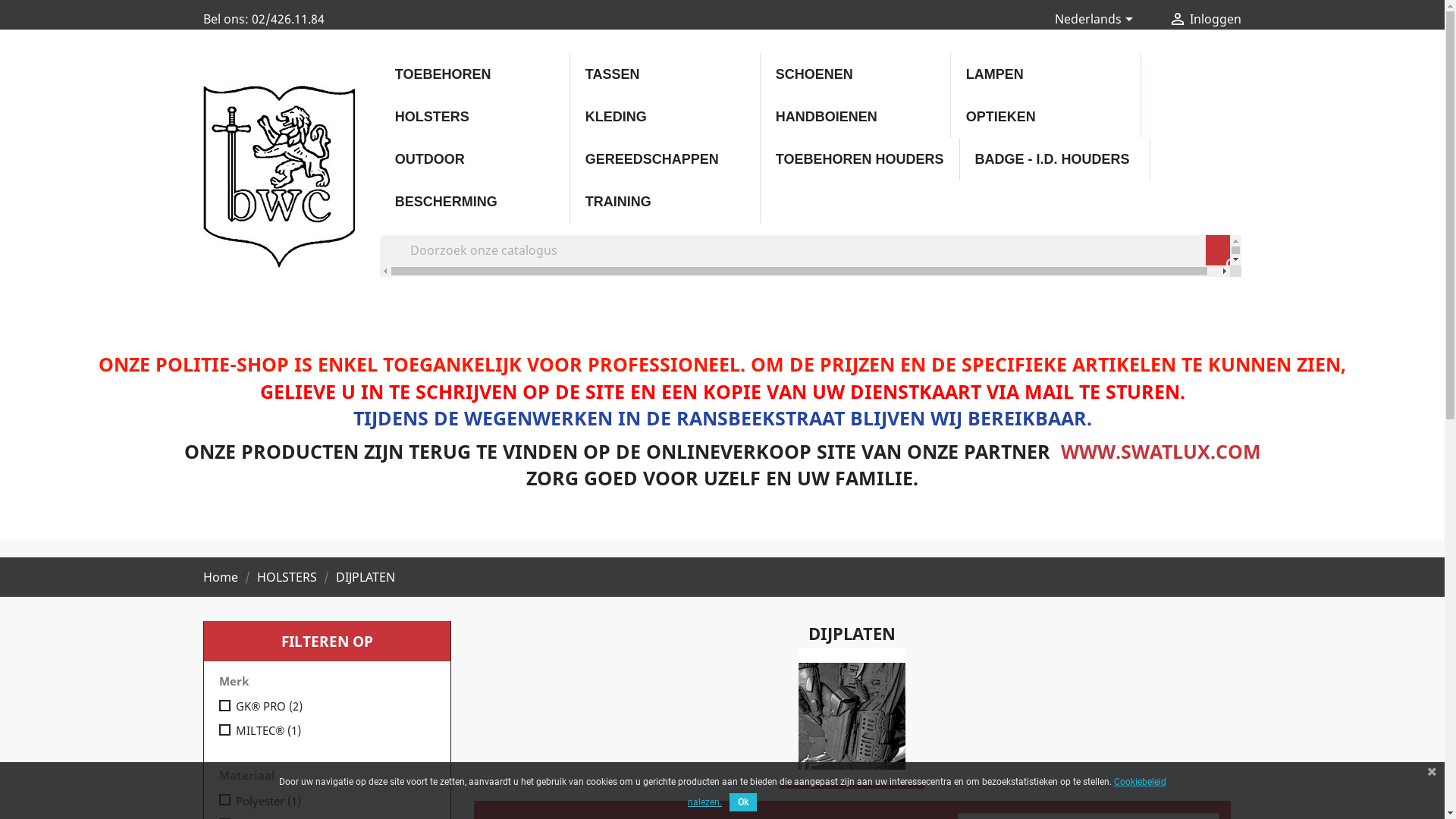 The image size is (1456, 819). Describe the element at coordinates (1054, 158) in the screenshot. I see `'BADGE - I.D. HOUDERS'` at that location.